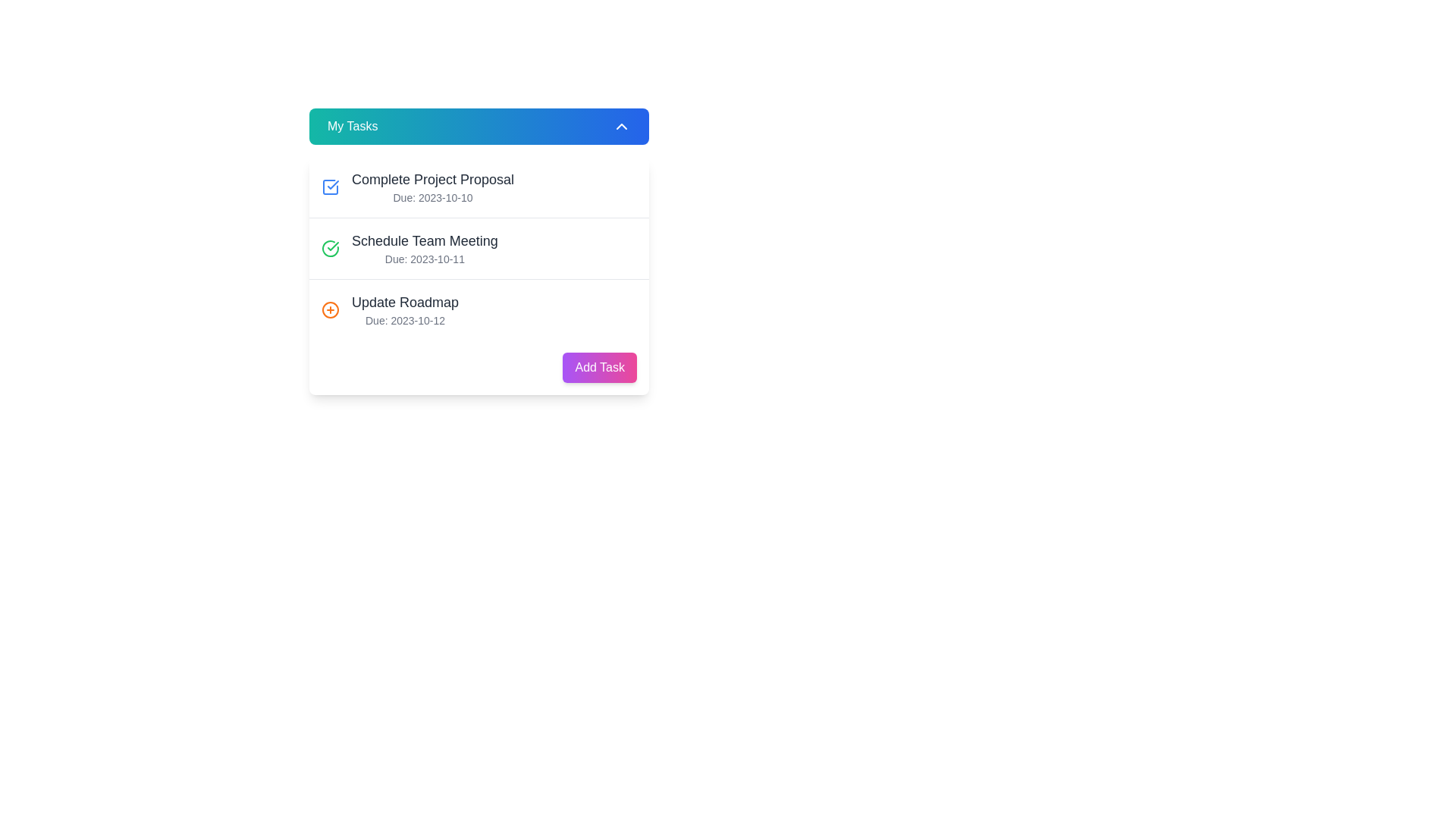 The height and width of the screenshot is (819, 1456). I want to click on the text field displaying 'Due: 2023-10-11', which is located below the 'Schedule Team Meeting' title in the task list, so click(425, 259).